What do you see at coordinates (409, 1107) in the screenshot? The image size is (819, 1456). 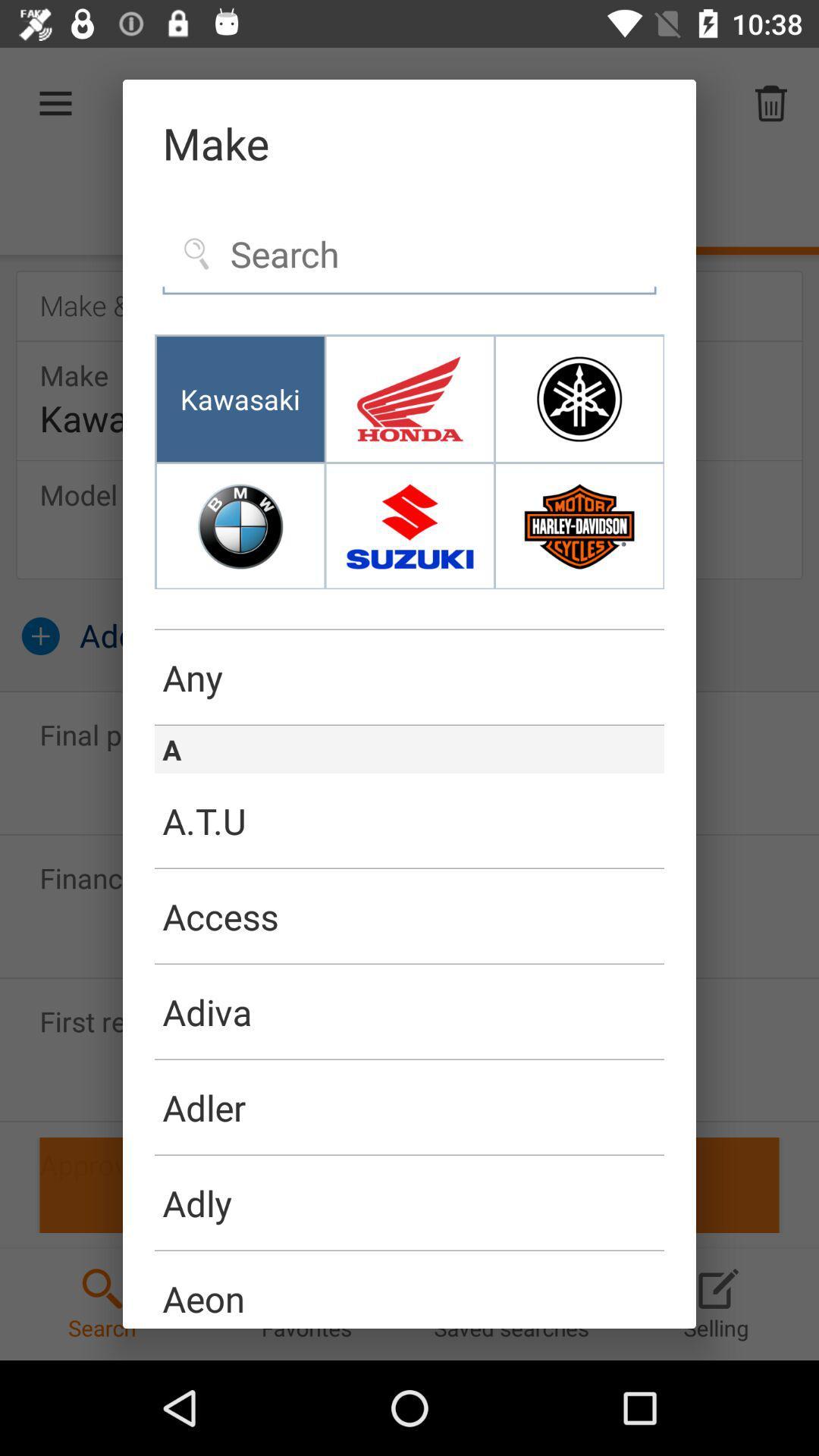 I see `the adler icon` at bounding box center [409, 1107].